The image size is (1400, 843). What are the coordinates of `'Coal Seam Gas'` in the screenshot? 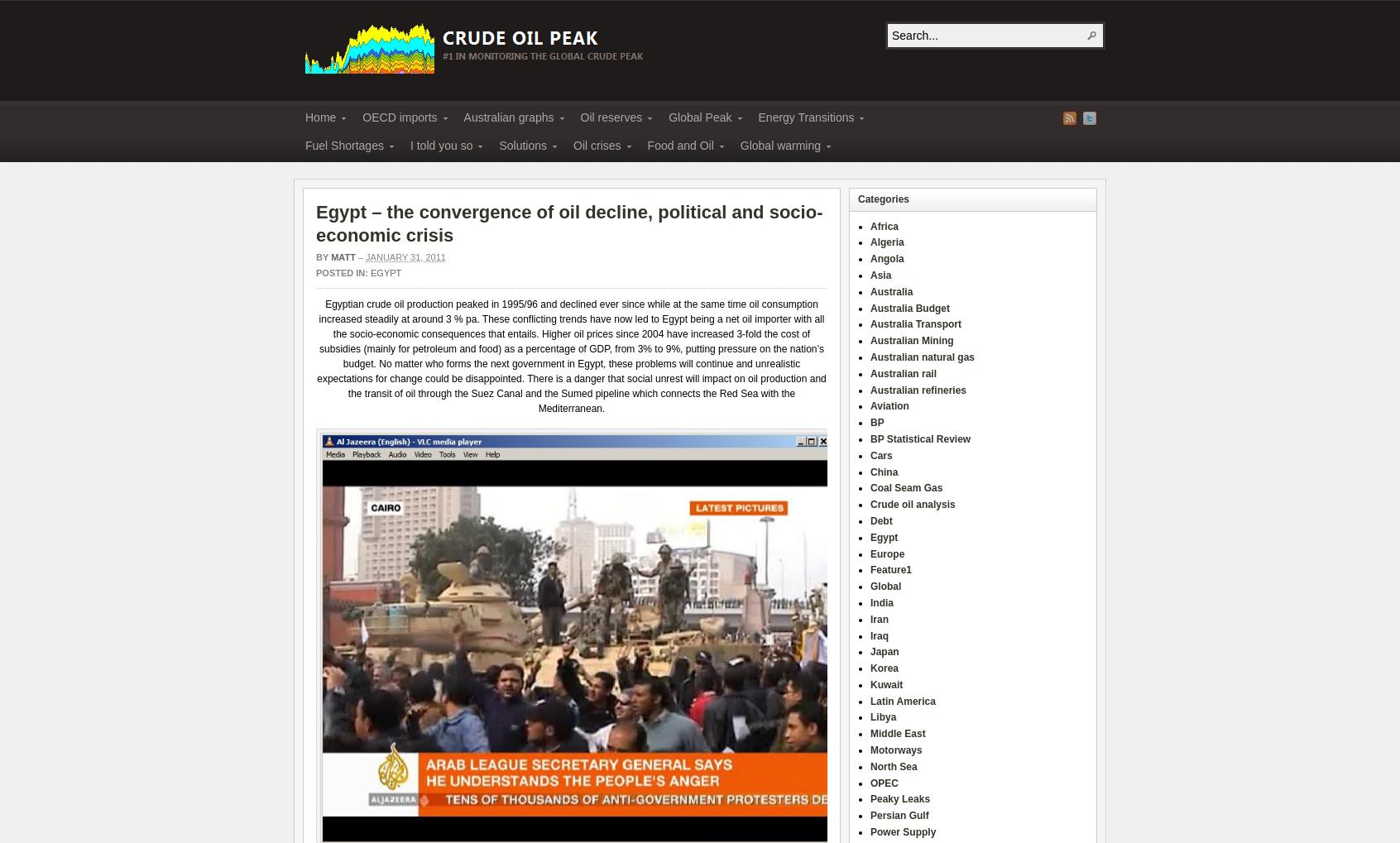 It's located at (906, 487).